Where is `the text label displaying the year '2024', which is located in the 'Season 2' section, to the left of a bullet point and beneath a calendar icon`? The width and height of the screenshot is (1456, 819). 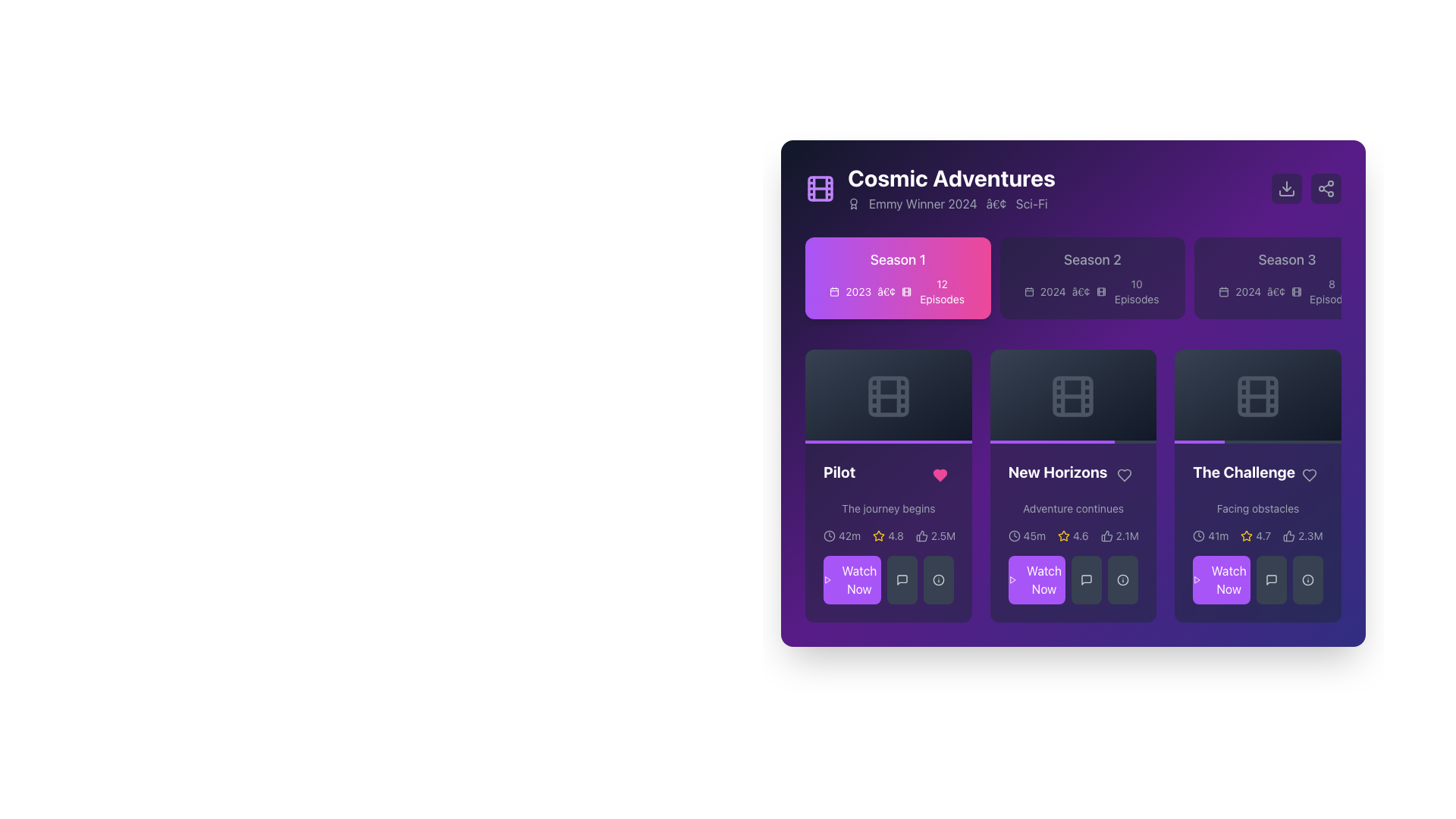
the text label displaying the year '2024', which is located in the 'Season 2' section, to the left of a bullet point and beneath a calendar icon is located at coordinates (1052, 292).